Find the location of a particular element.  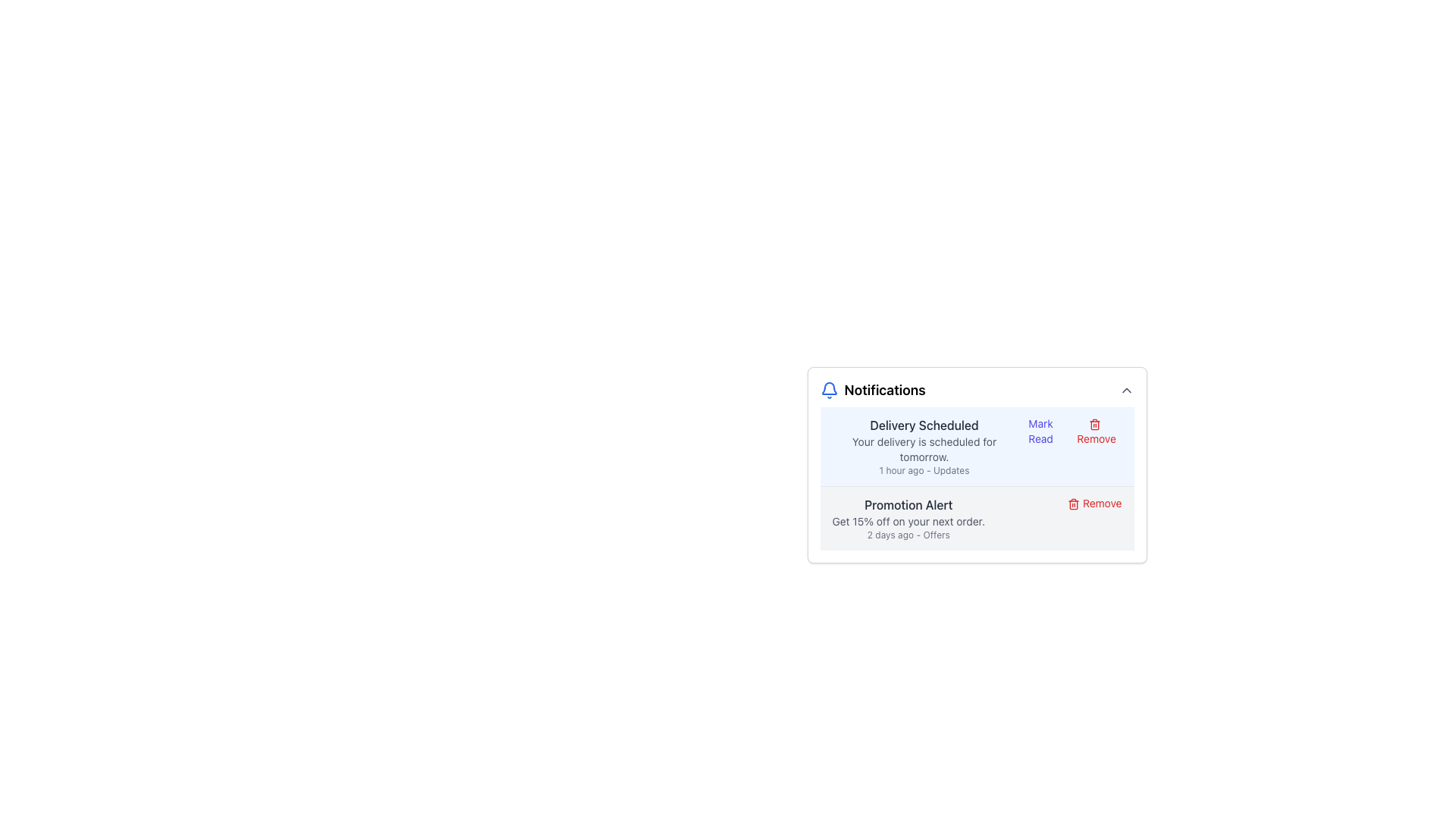

the collapse notifications button located at the far-right edge of the notification header section to visualize an interaction highlight is located at coordinates (1126, 390).